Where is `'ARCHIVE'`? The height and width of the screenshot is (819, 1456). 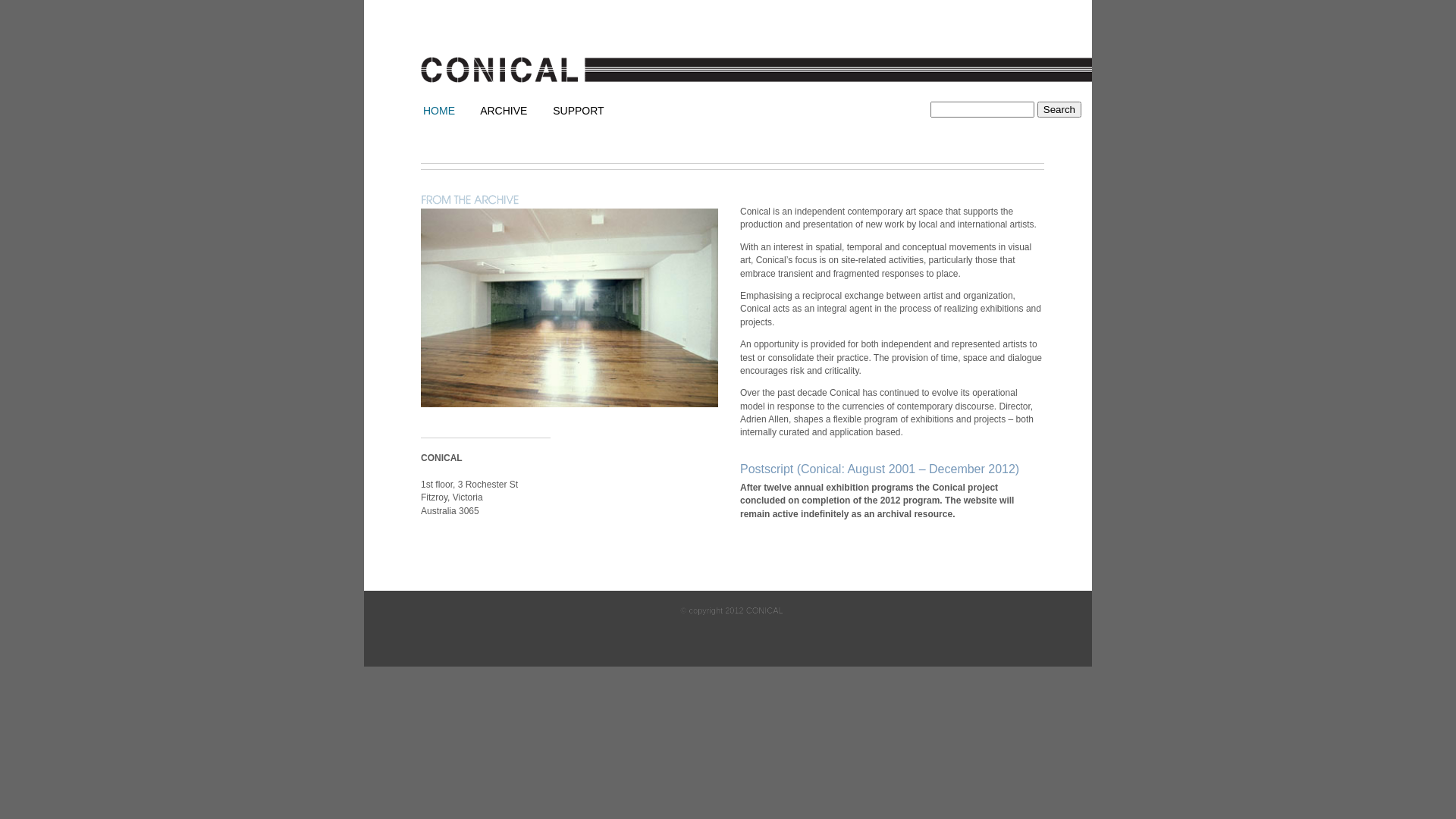 'ARCHIVE' is located at coordinates (479, 110).